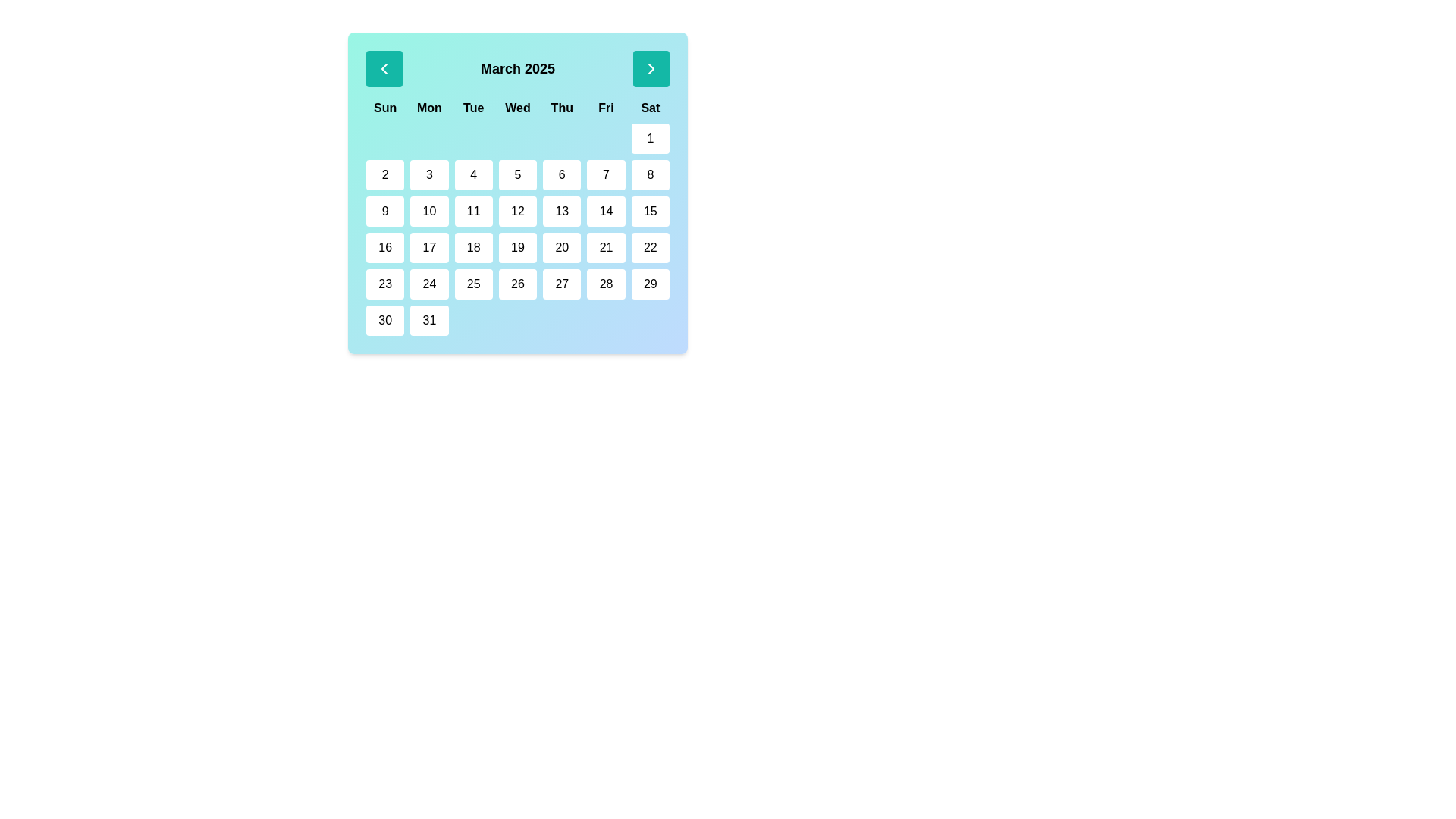  I want to click on the button representing March 17, 2025, located in the 3rd row, 2nd column of the calendar grid, so click(428, 247).